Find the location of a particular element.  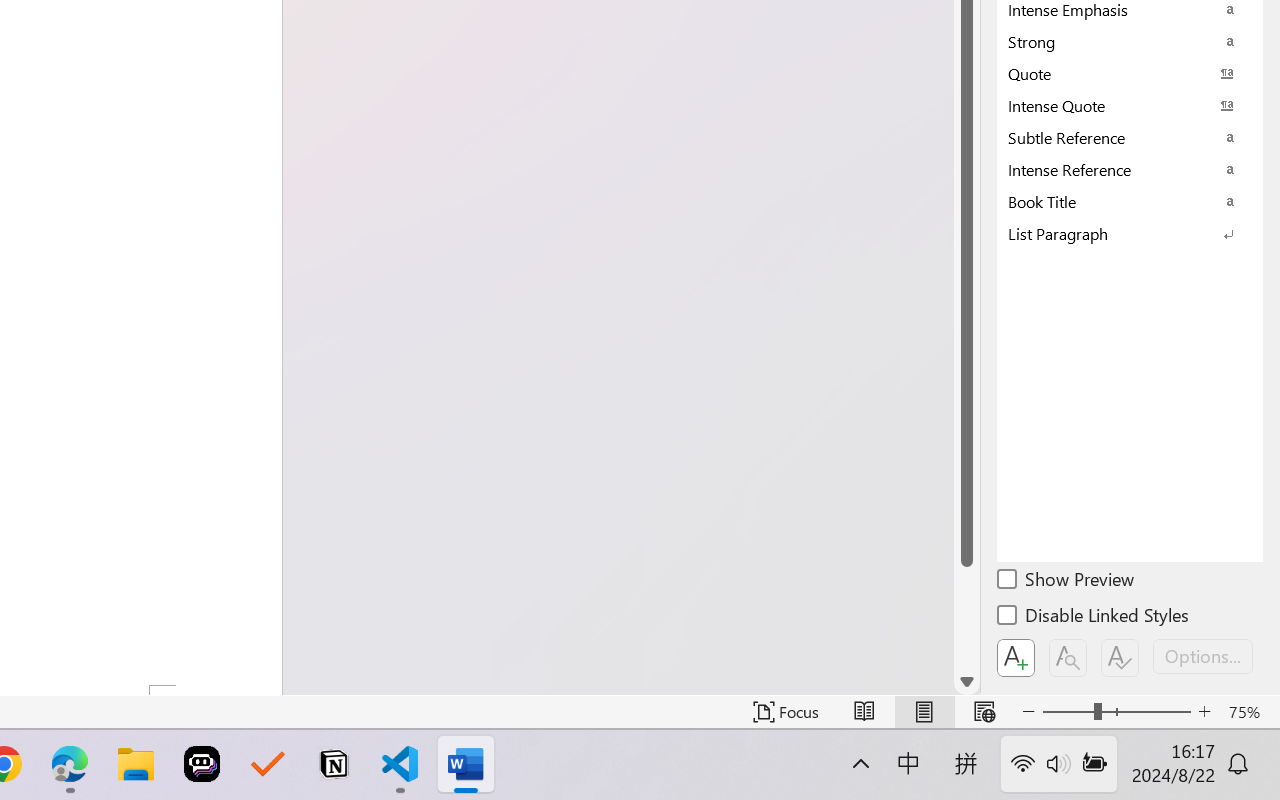

'Disable Linked Styles' is located at coordinates (1094, 618).